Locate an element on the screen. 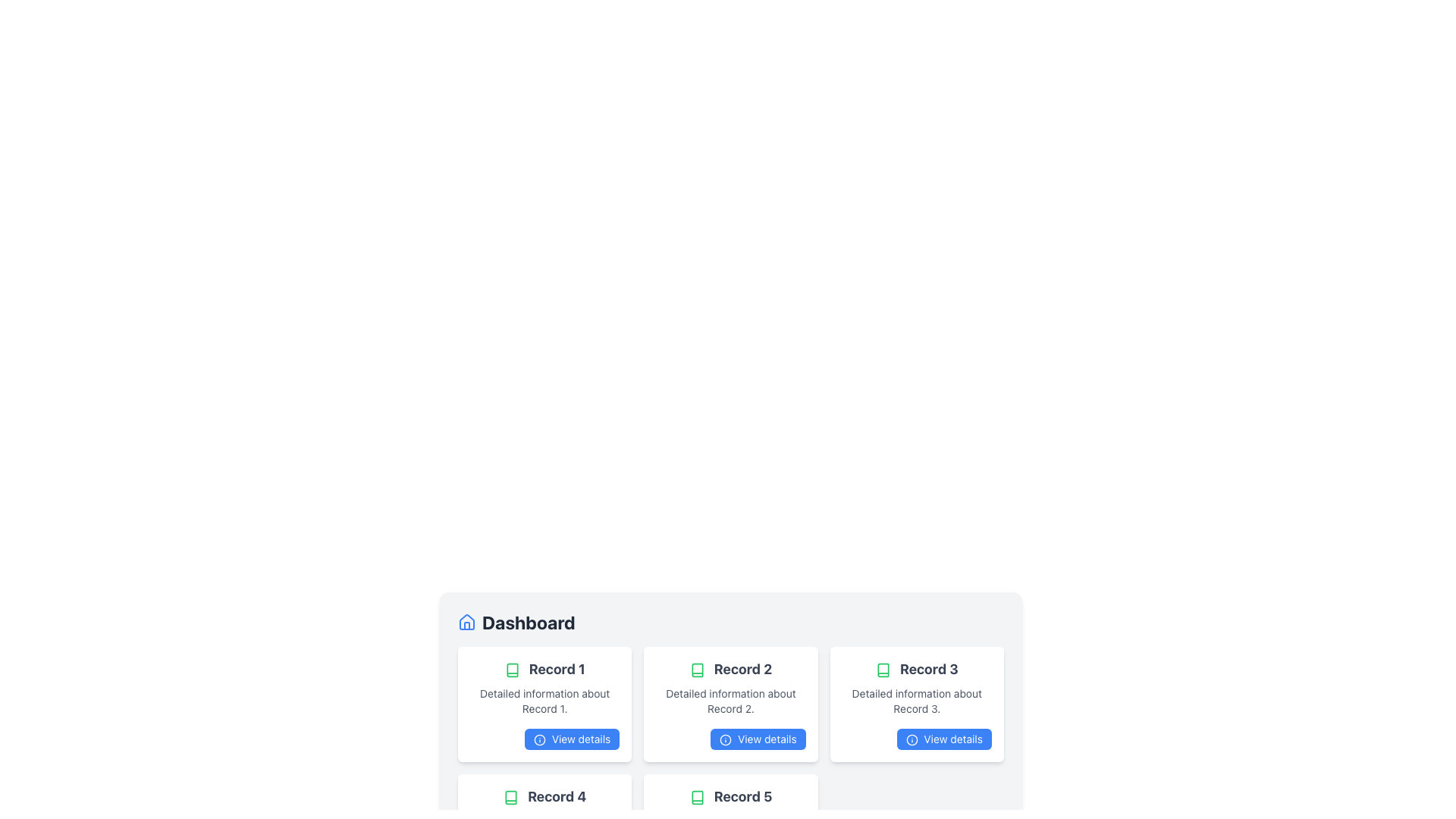  the blue button labeled 'View details' with rounded corners located at the bottom of the 'Record 1' card is located at coordinates (571, 739).